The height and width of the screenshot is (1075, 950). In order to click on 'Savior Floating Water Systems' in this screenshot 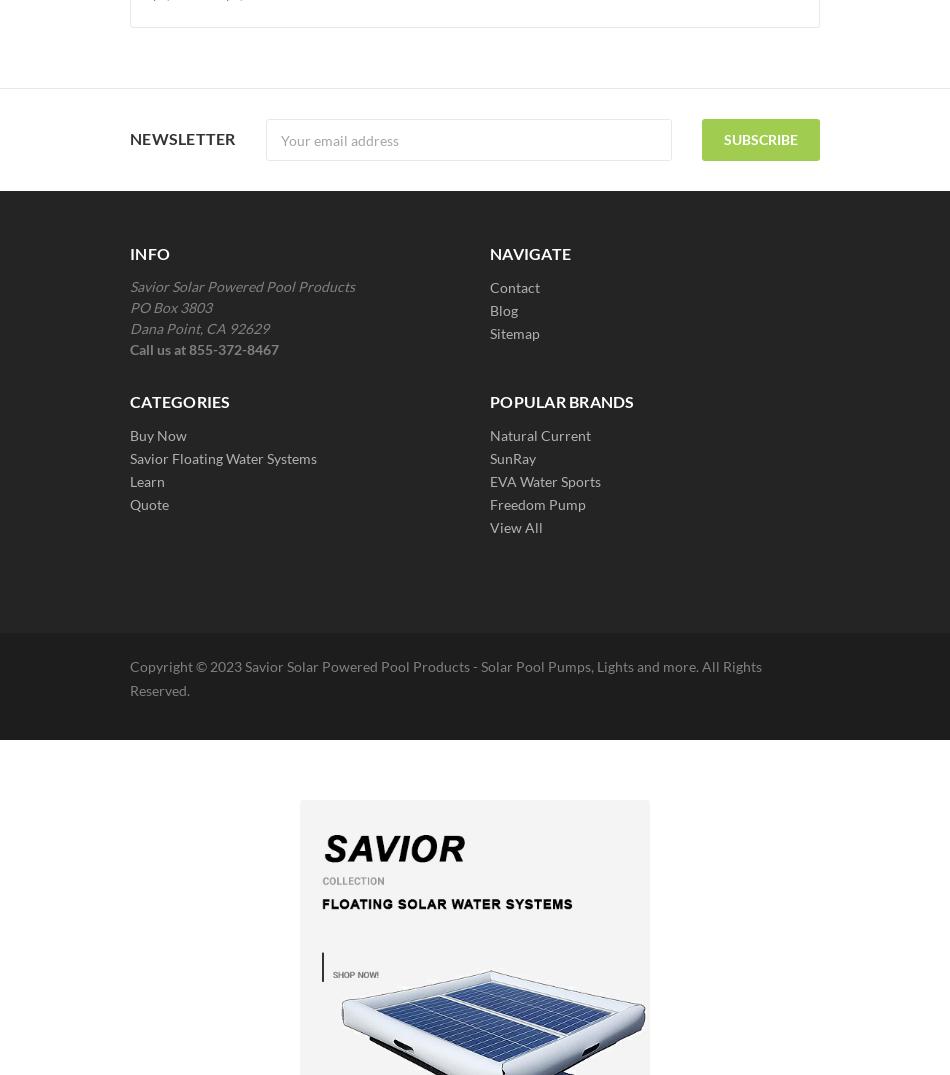, I will do `click(223, 458)`.